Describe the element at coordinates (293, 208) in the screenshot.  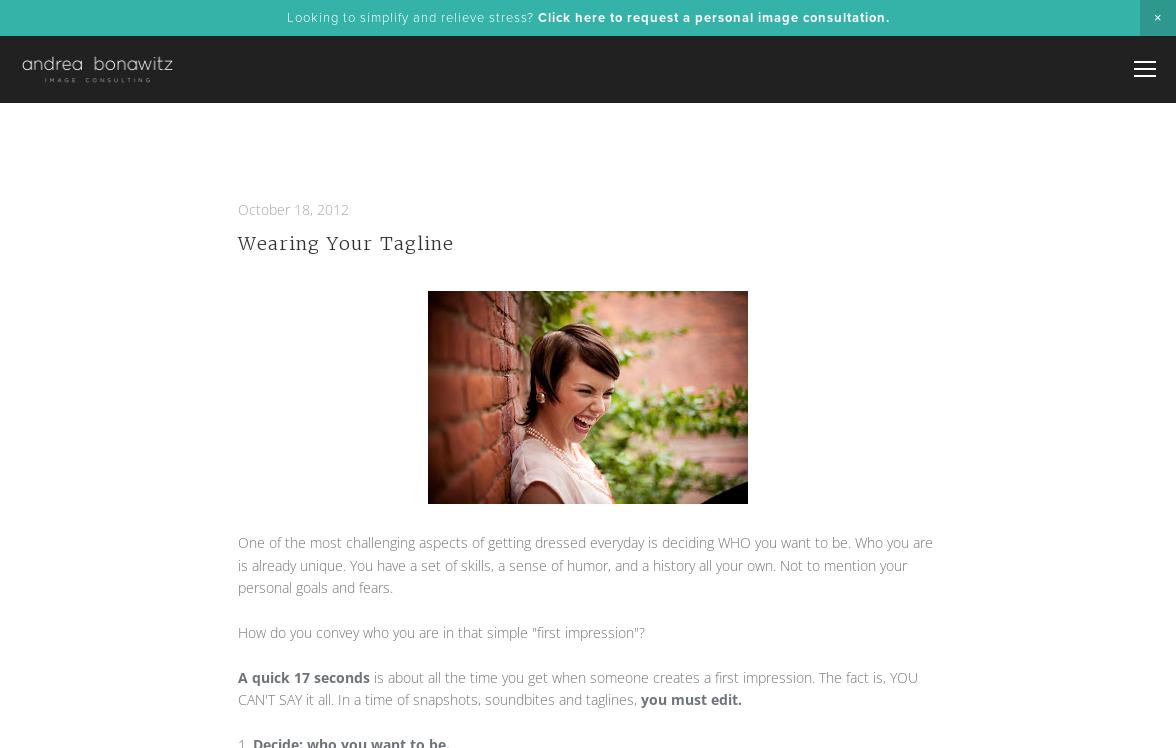
I see `'October 18, 2012'` at that location.